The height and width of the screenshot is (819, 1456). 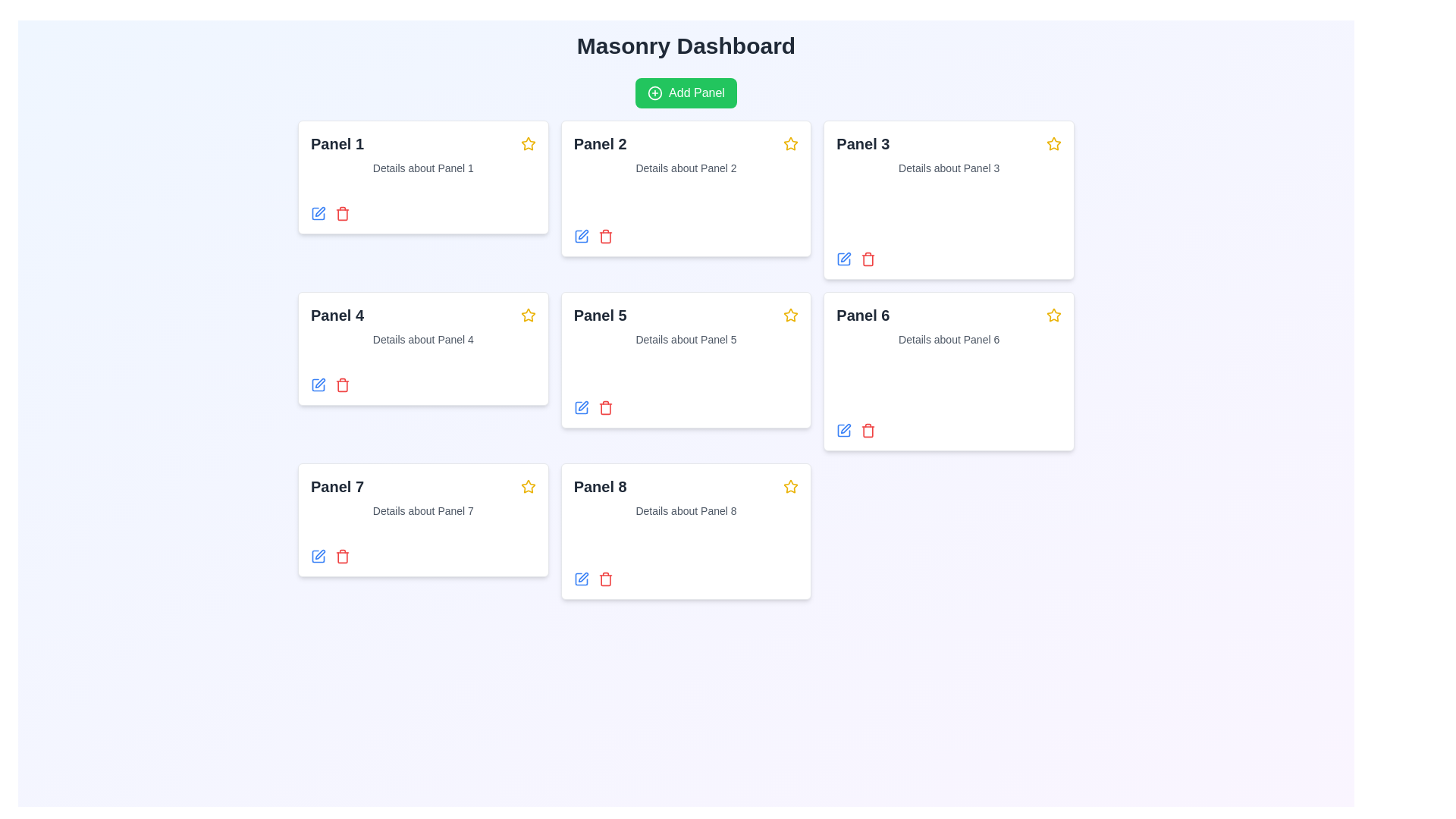 I want to click on the star icon located at the top-right corner of the Panel 1 card to trigger tooltips or visual changes, so click(x=528, y=143).